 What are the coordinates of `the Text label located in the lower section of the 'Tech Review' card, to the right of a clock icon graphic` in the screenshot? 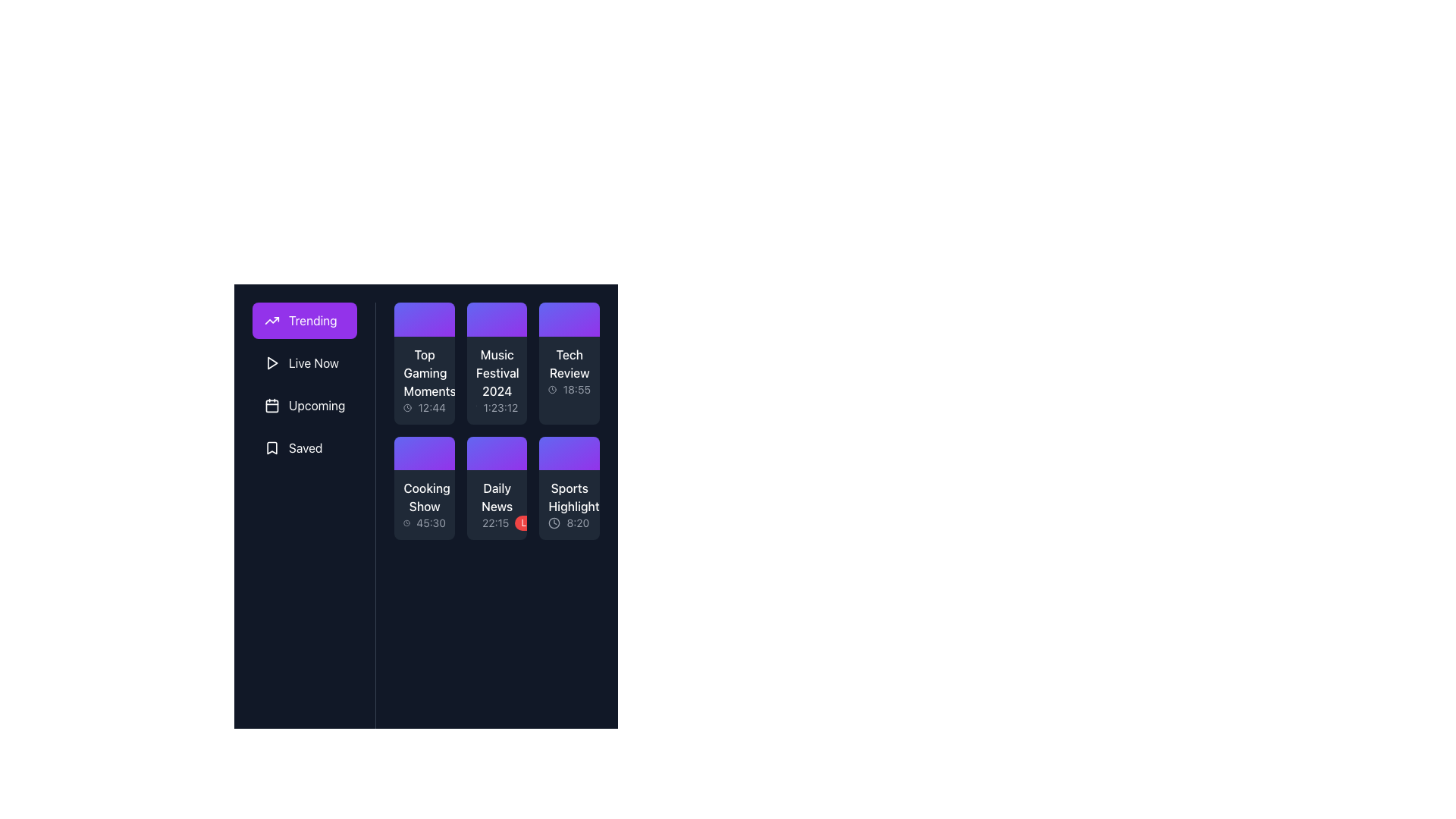 It's located at (576, 388).